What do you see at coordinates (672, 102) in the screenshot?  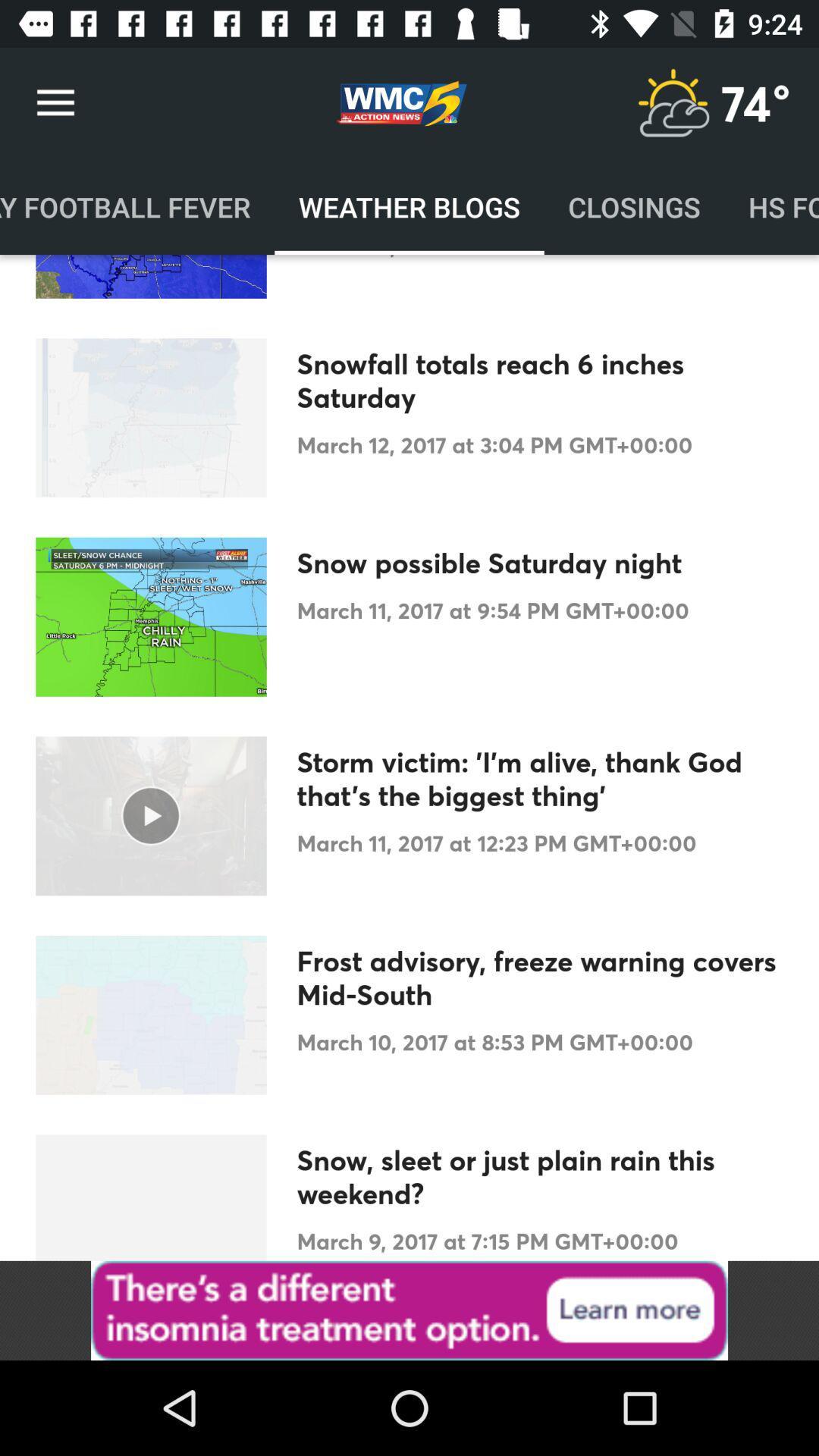 I see `open weather information` at bounding box center [672, 102].